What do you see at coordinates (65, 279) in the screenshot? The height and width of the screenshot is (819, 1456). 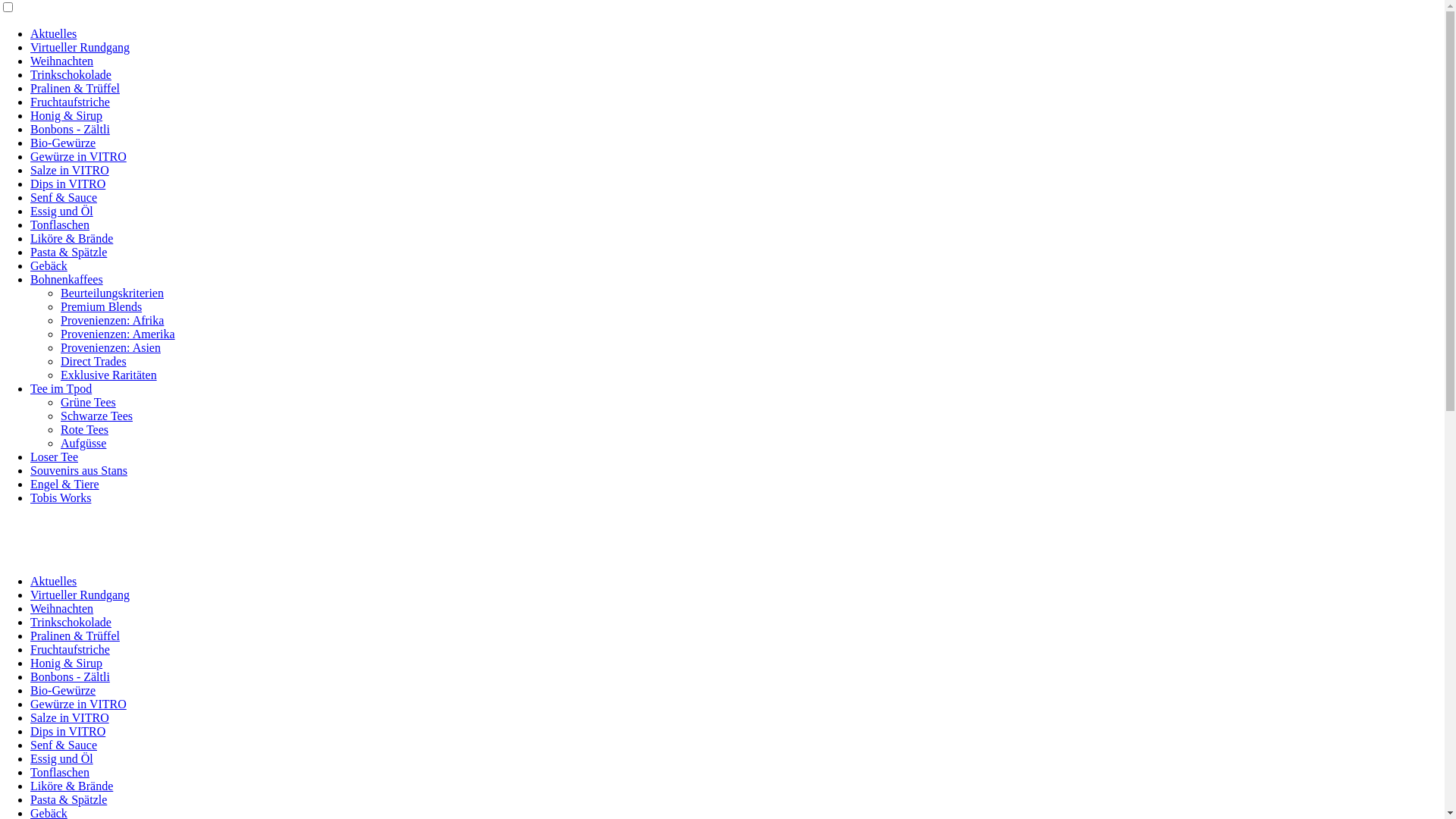 I see `'Bohnenkaffees'` at bounding box center [65, 279].